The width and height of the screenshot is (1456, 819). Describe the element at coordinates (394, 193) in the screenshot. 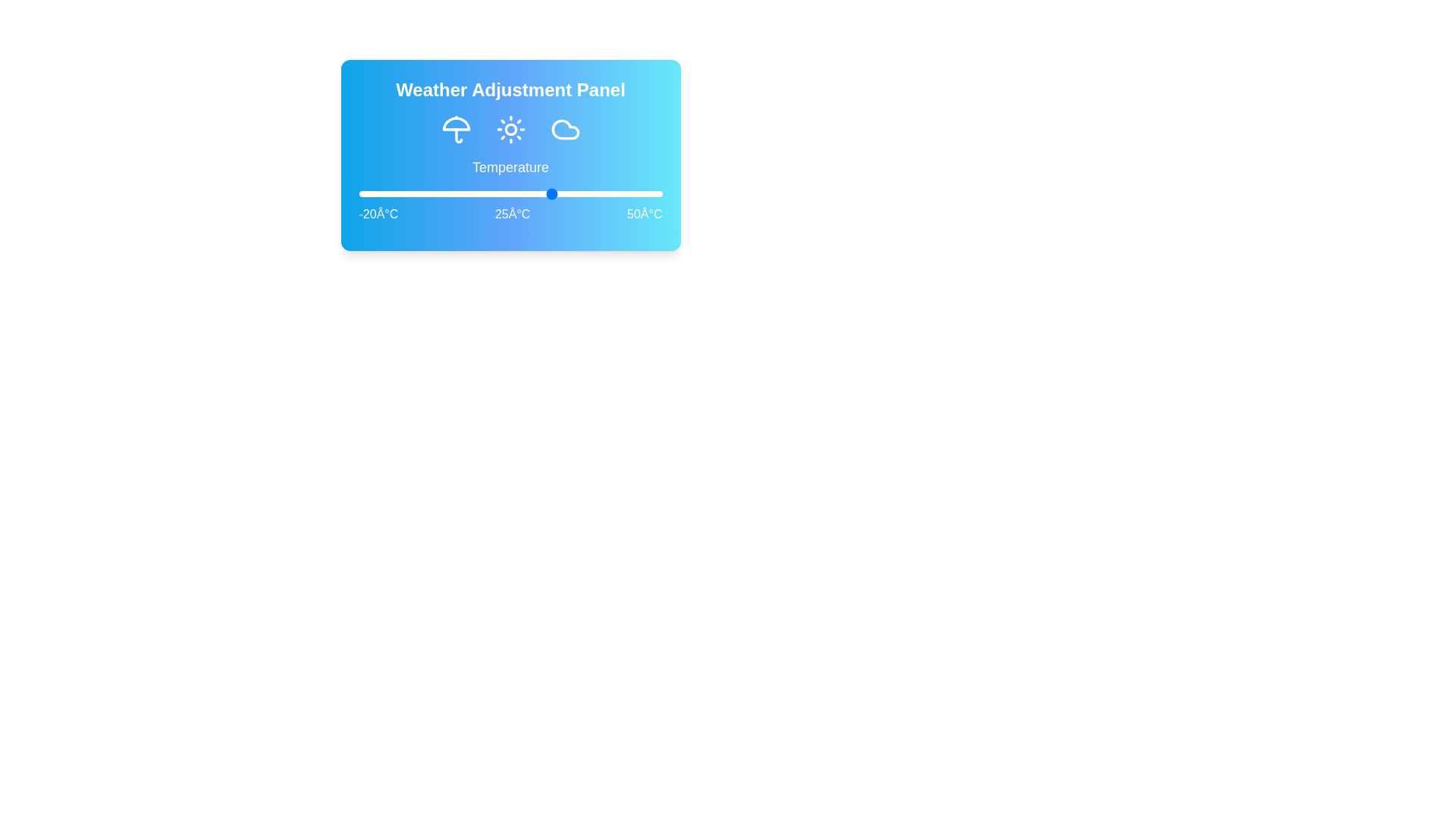

I see `the temperature slider to -12°C` at that location.